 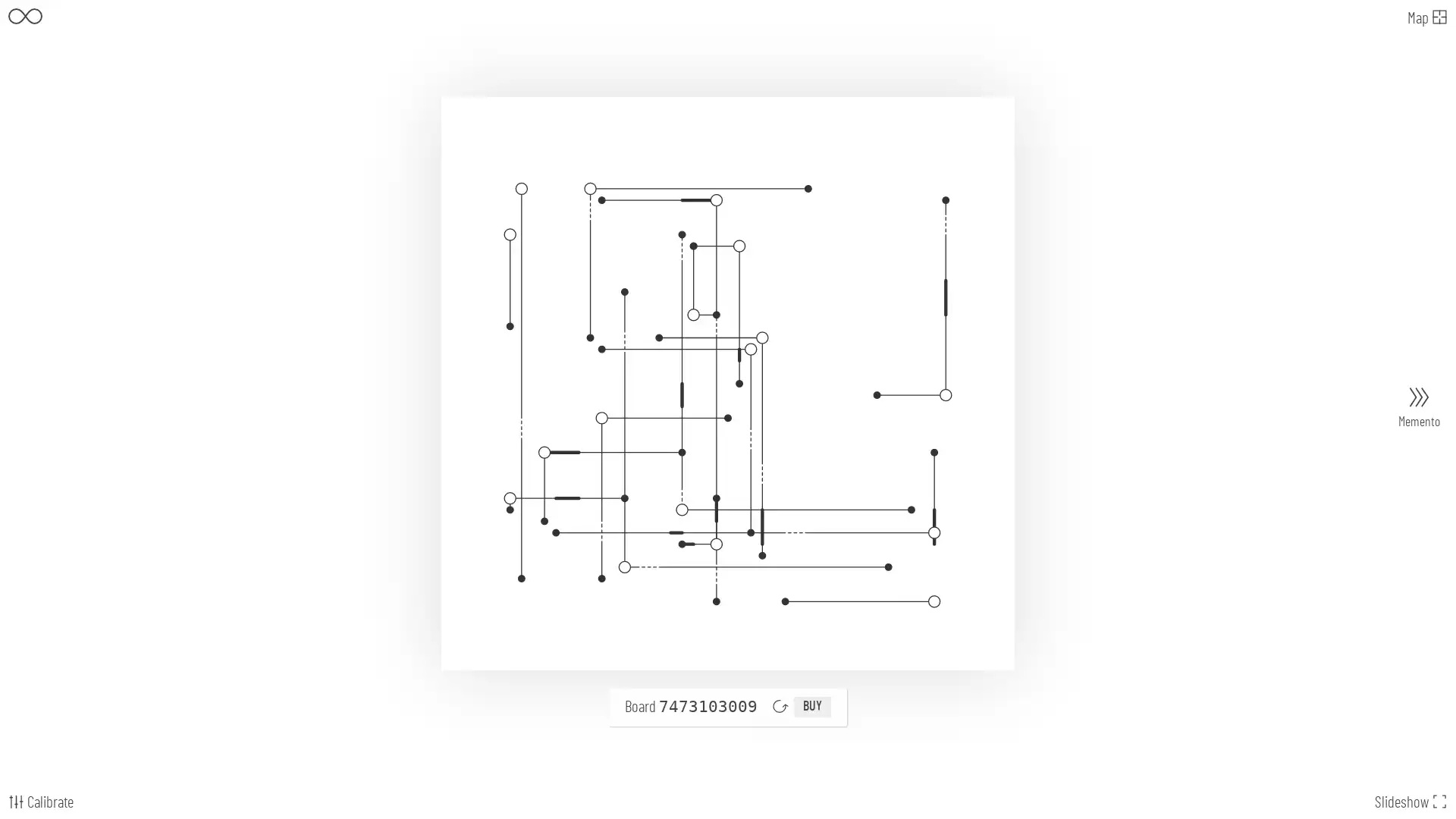 I want to click on Regenerate, so click(x=779, y=706).